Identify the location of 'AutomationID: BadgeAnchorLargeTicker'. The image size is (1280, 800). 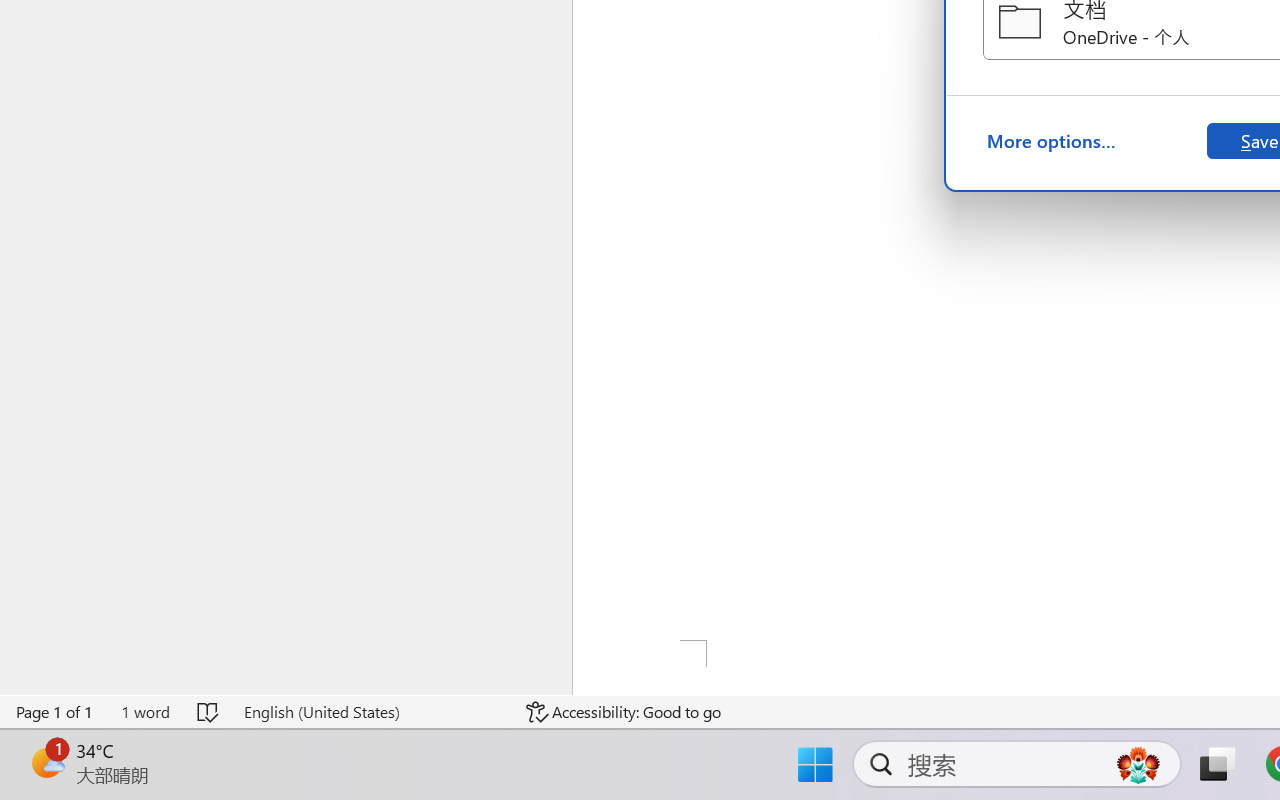
(46, 762).